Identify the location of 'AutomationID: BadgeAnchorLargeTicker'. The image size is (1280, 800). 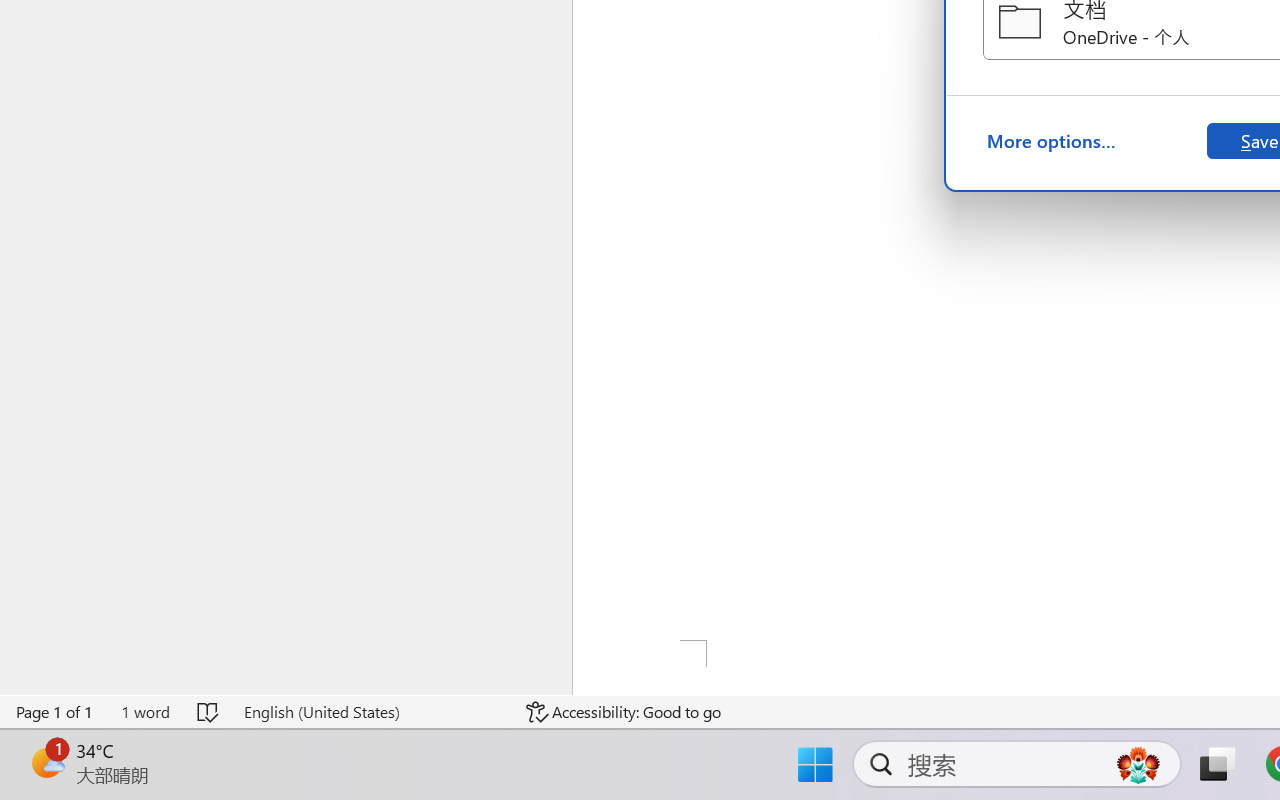
(46, 762).